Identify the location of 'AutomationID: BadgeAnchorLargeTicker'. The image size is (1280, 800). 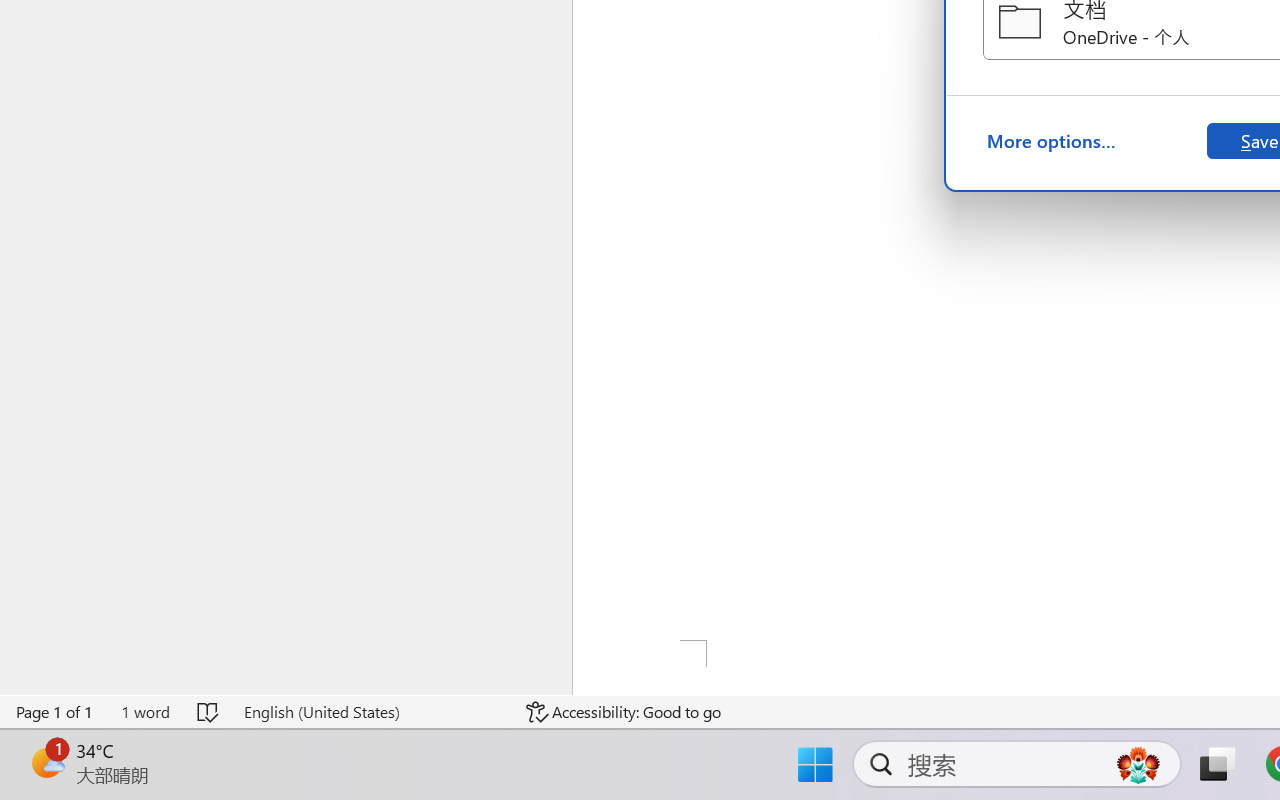
(46, 762).